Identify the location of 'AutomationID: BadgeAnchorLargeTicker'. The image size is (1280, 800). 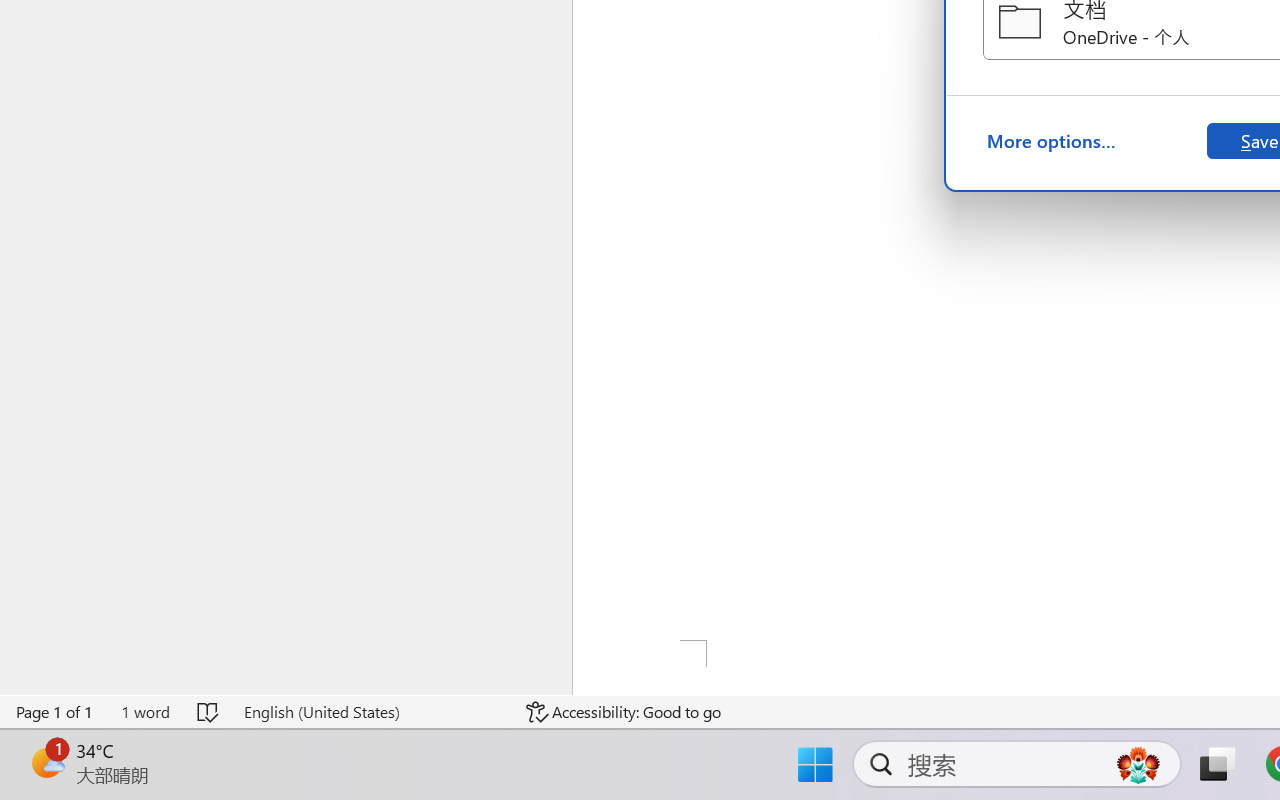
(46, 762).